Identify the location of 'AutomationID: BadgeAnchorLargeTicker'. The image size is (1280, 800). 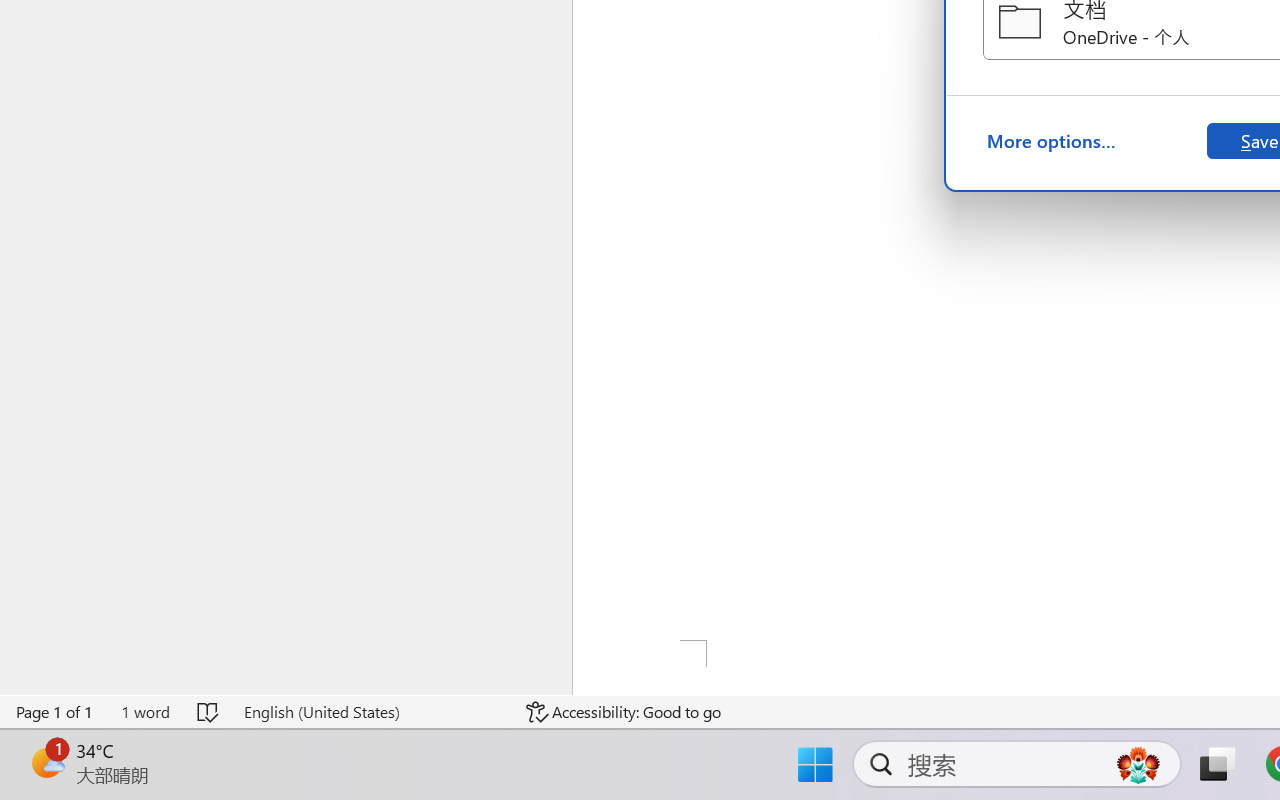
(46, 762).